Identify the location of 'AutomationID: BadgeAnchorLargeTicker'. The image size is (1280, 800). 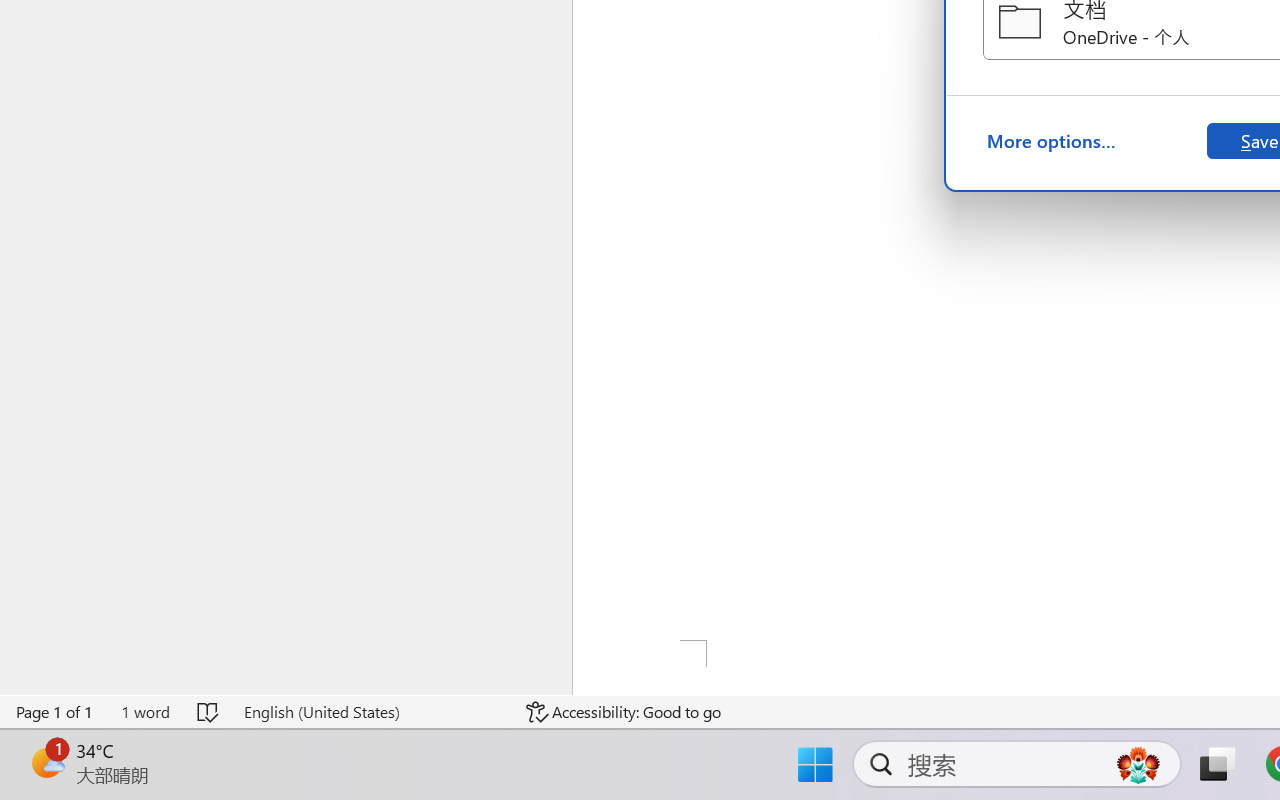
(46, 762).